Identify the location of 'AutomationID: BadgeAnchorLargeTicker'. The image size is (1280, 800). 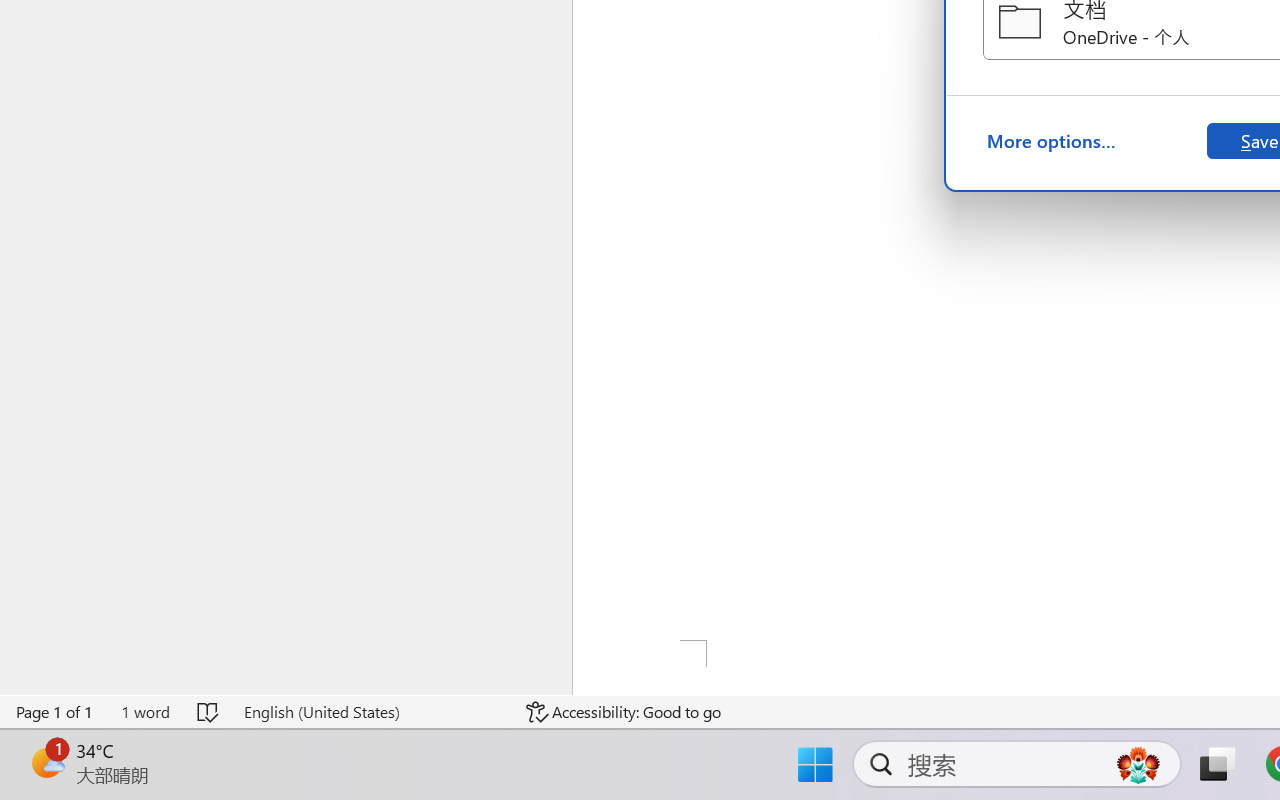
(46, 762).